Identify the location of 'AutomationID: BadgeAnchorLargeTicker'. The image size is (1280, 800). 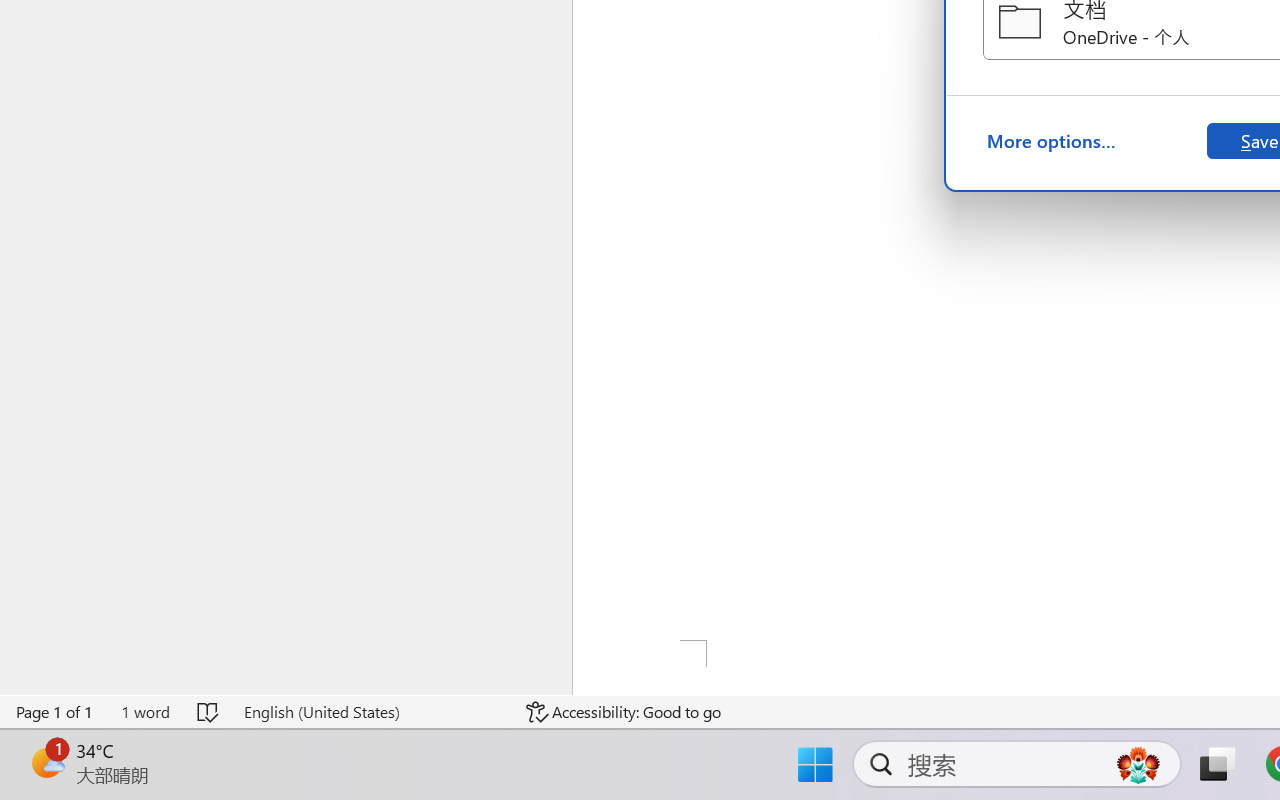
(46, 762).